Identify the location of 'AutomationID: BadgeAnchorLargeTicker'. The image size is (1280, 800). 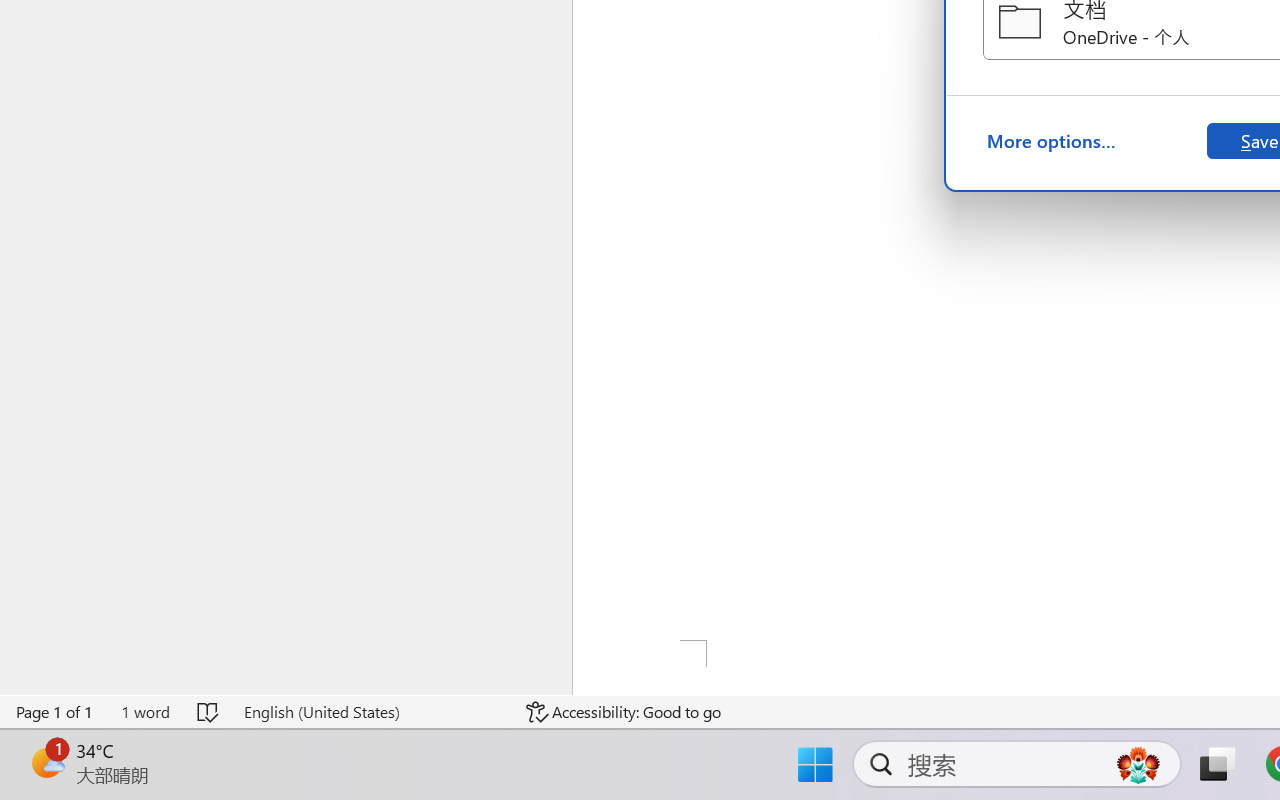
(46, 762).